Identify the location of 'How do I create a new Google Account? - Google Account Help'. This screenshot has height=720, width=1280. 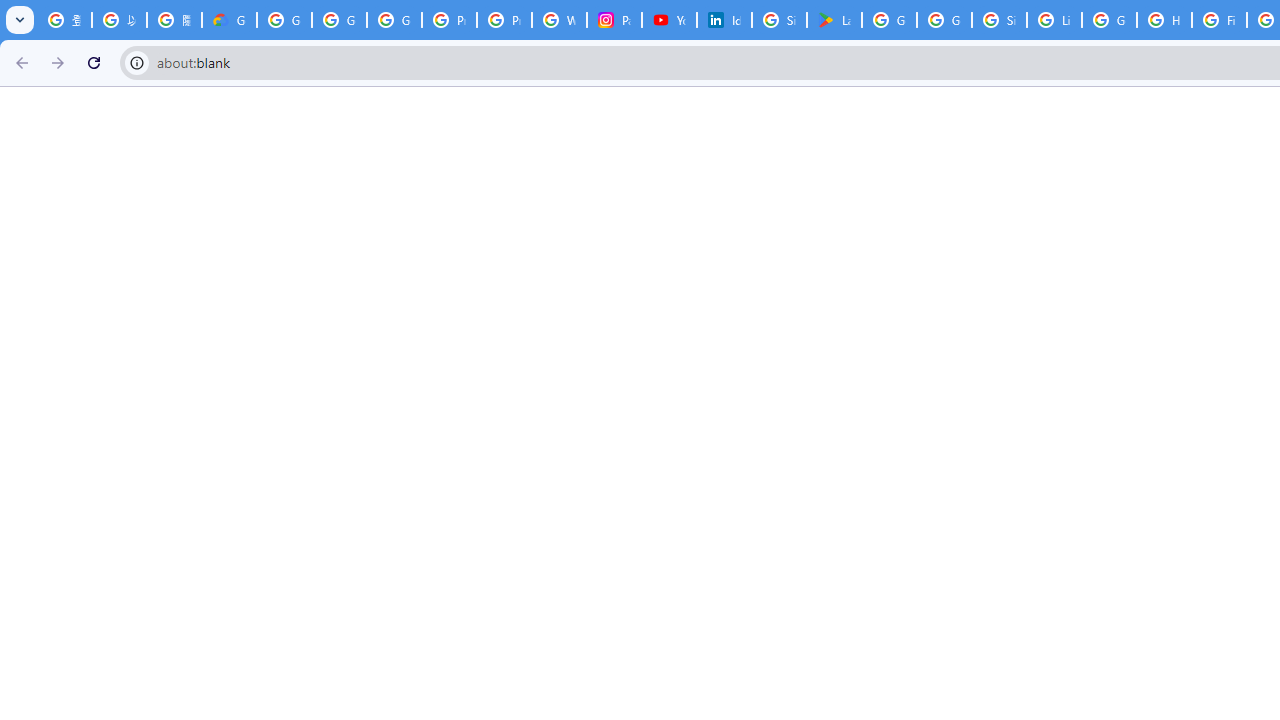
(1164, 20).